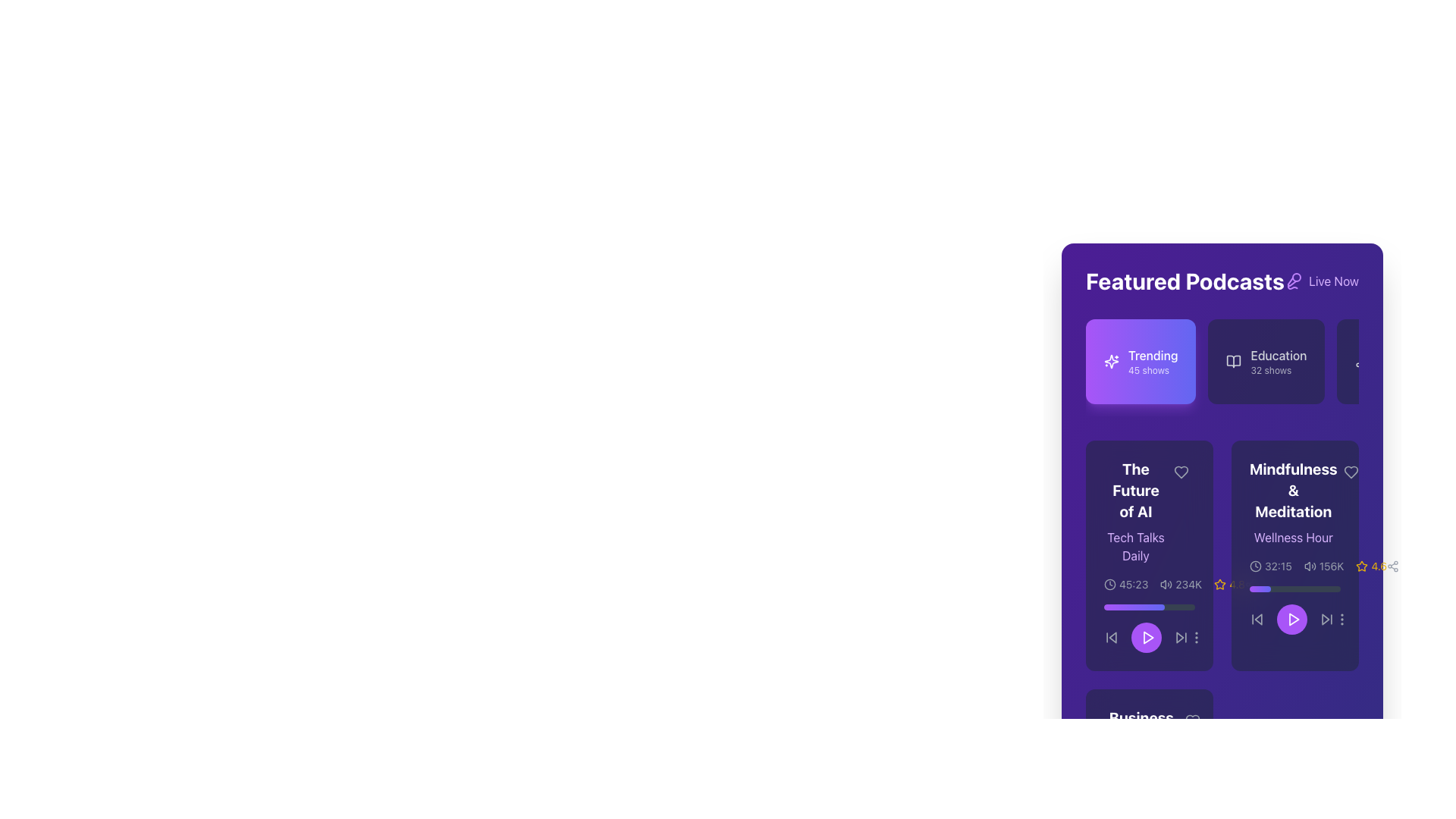  Describe the element at coordinates (1148, 637) in the screenshot. I see `the triangular-shaped play icon located within the circular context in the bottom center of the card labeled 'The Future of AI'` at that location.